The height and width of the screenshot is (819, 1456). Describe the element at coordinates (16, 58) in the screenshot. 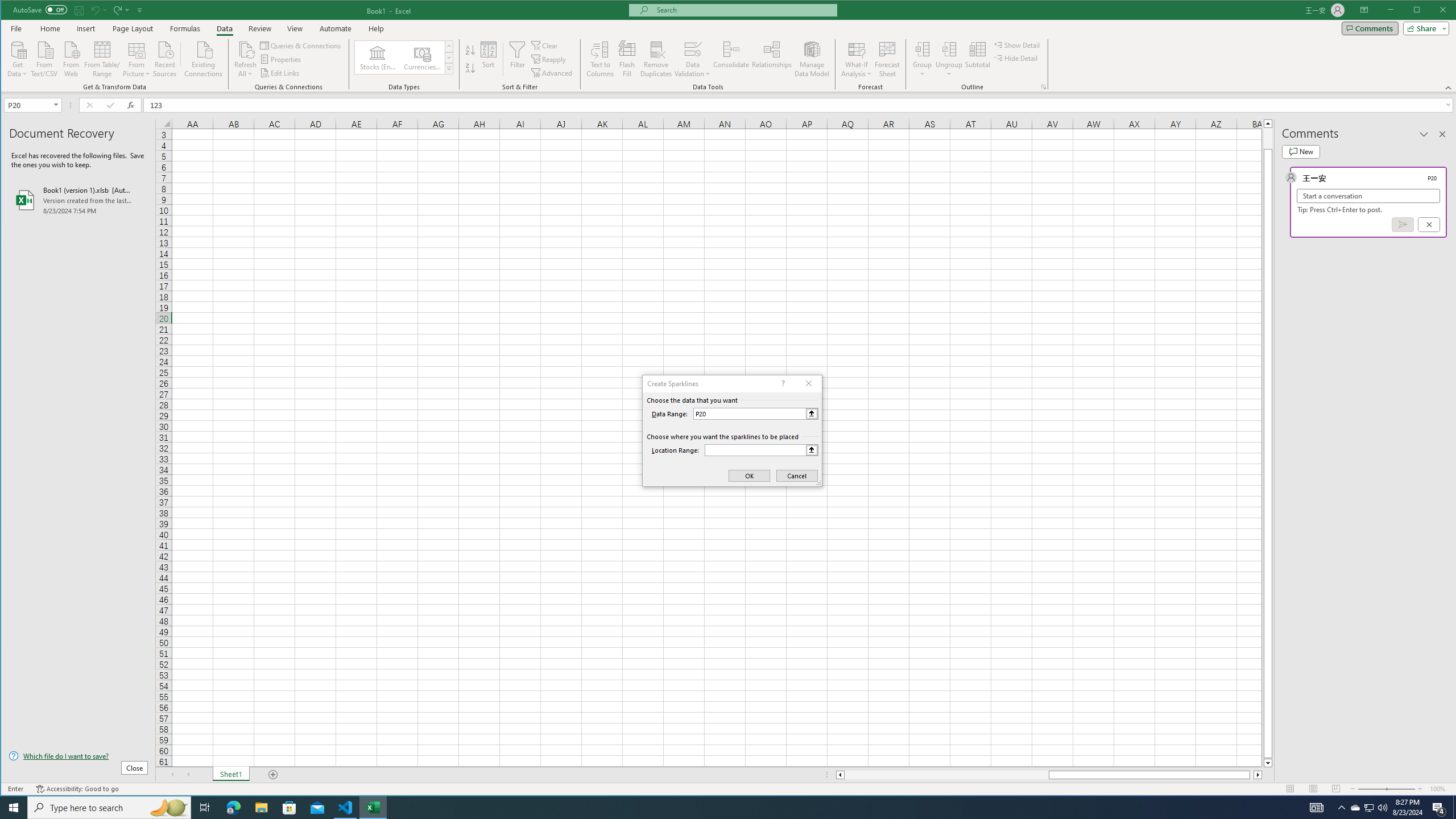

I see `'Get Data'` at that location.